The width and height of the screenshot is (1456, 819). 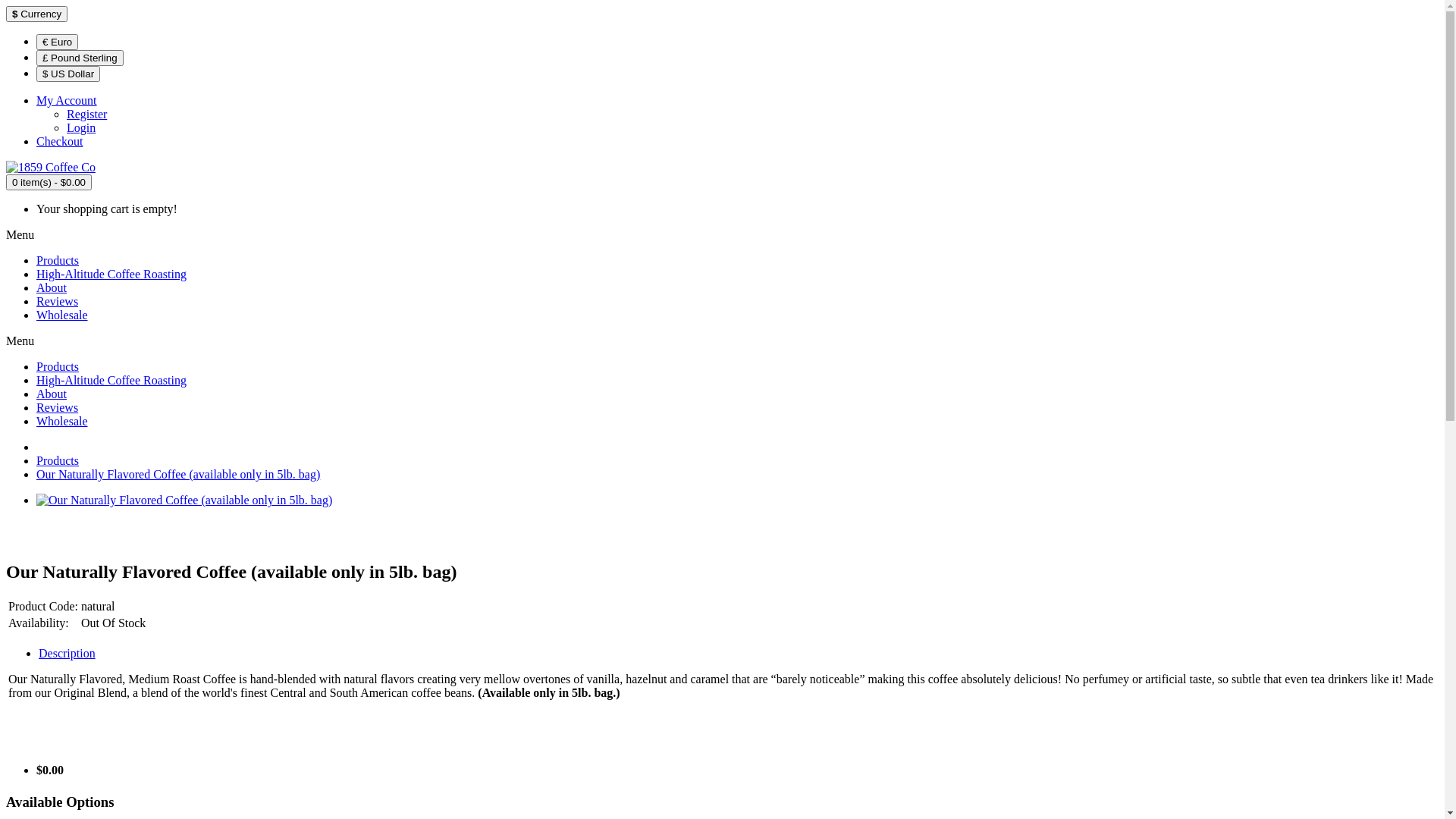 I want to click on 'My Account', so click(x=65, y=100).